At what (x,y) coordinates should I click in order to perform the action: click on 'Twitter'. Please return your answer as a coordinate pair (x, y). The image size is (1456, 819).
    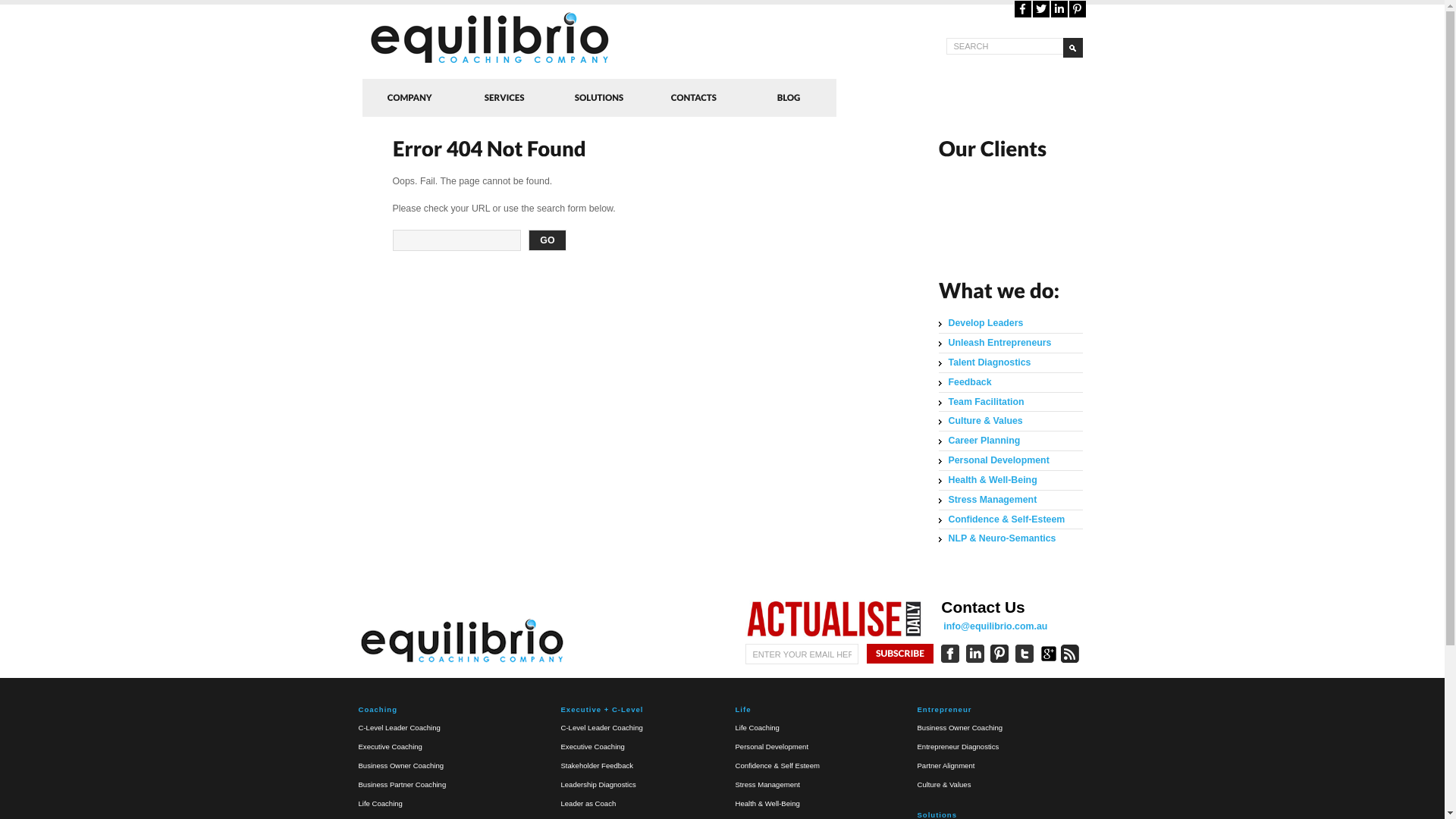
    Looking at the image, I should click on (1040, 8).